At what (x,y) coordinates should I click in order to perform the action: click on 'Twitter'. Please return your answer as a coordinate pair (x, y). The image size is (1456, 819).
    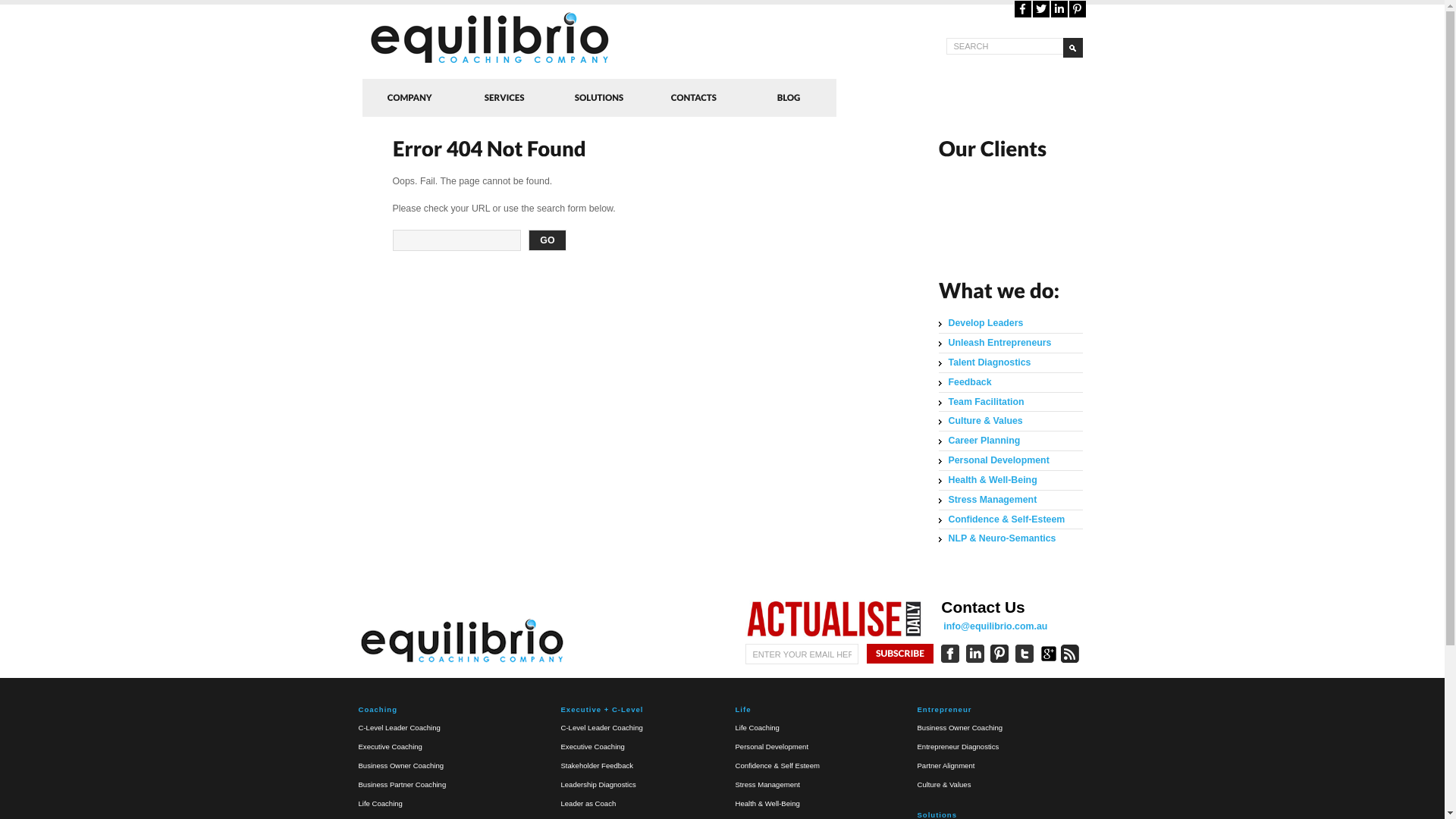
    Looking at the image, I should click on (1040, 8).